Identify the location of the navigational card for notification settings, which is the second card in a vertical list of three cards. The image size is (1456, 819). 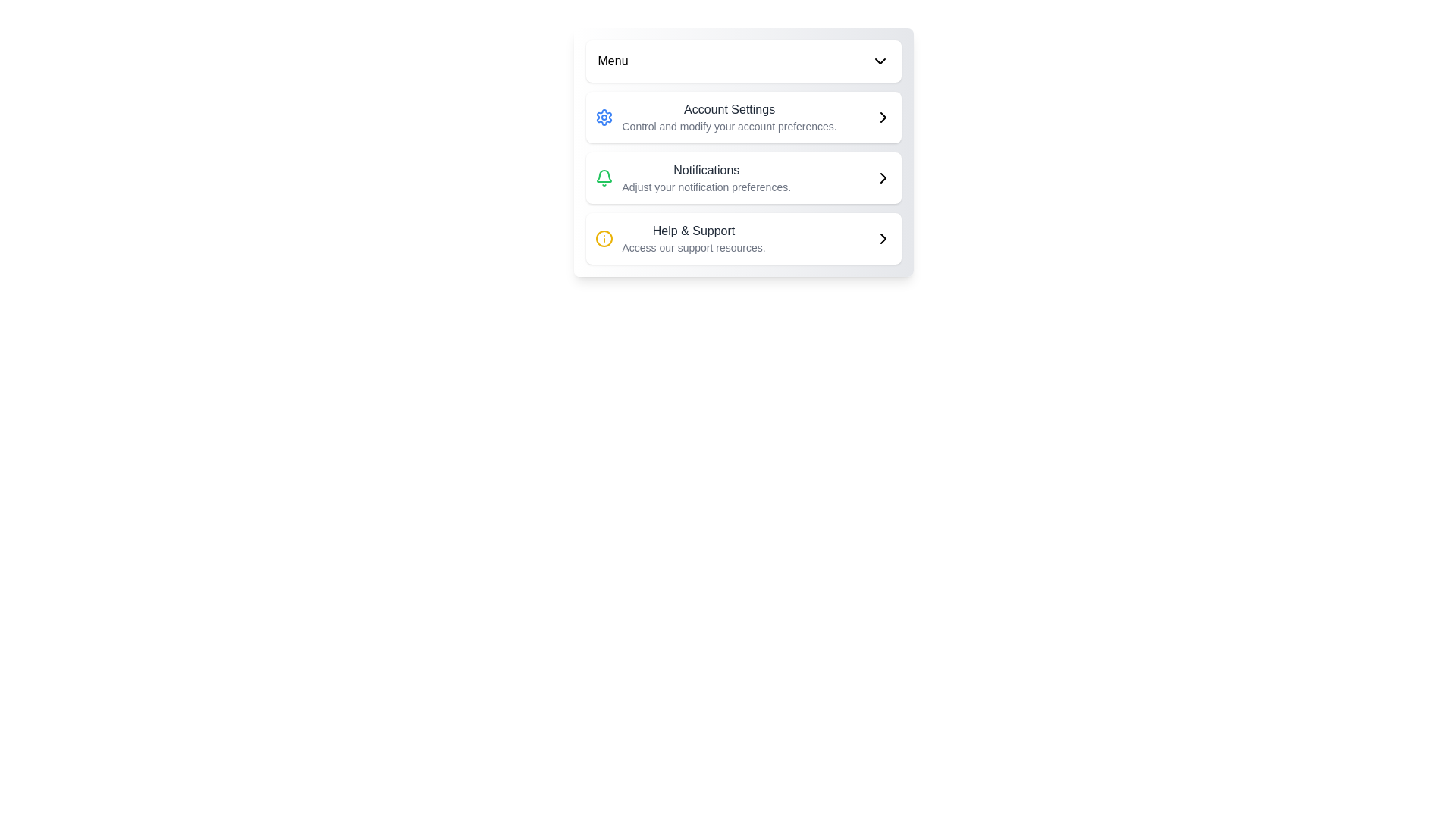
(743, 177).